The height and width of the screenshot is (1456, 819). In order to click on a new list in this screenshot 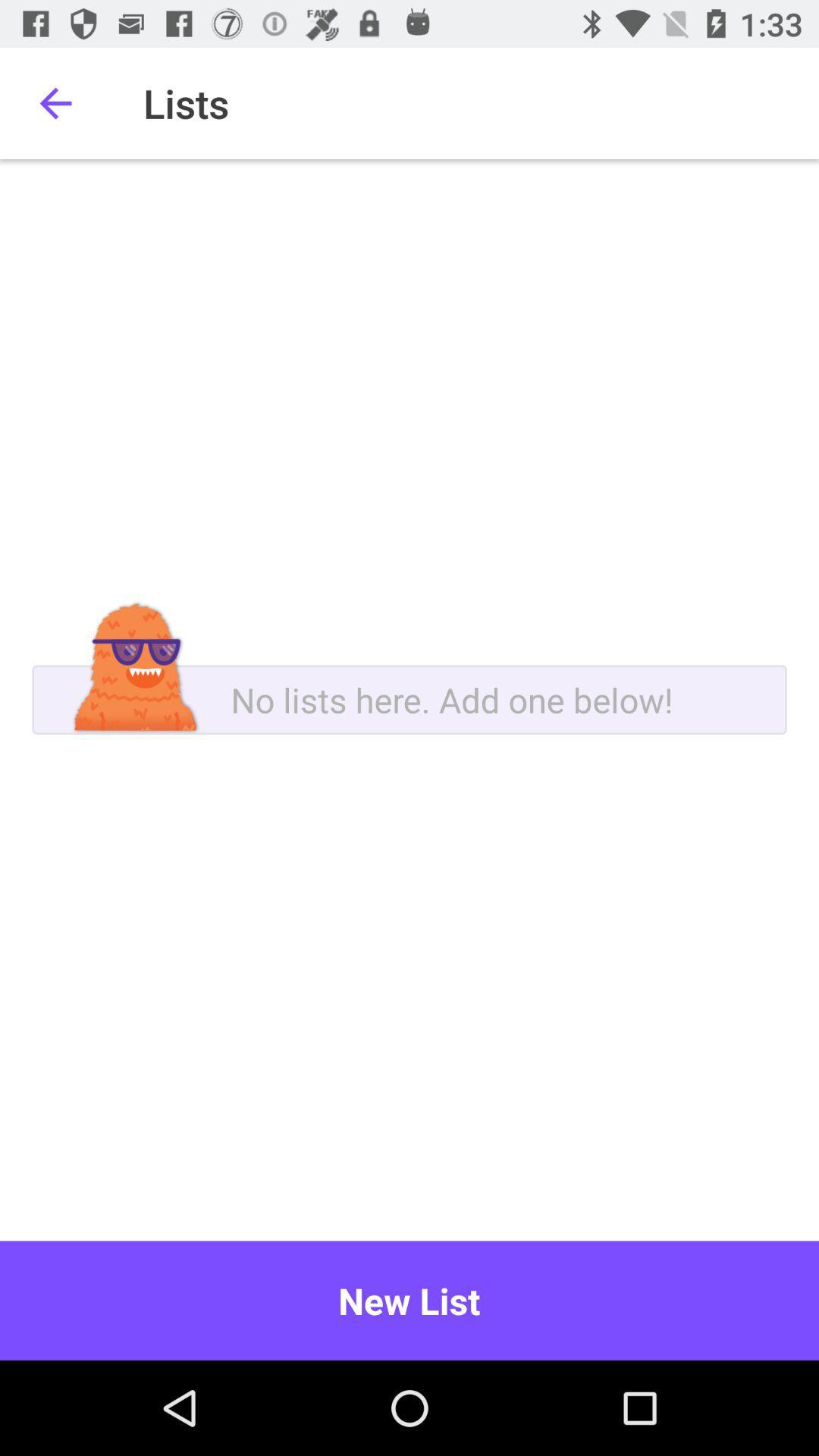, I will do `click(409, 699)`.